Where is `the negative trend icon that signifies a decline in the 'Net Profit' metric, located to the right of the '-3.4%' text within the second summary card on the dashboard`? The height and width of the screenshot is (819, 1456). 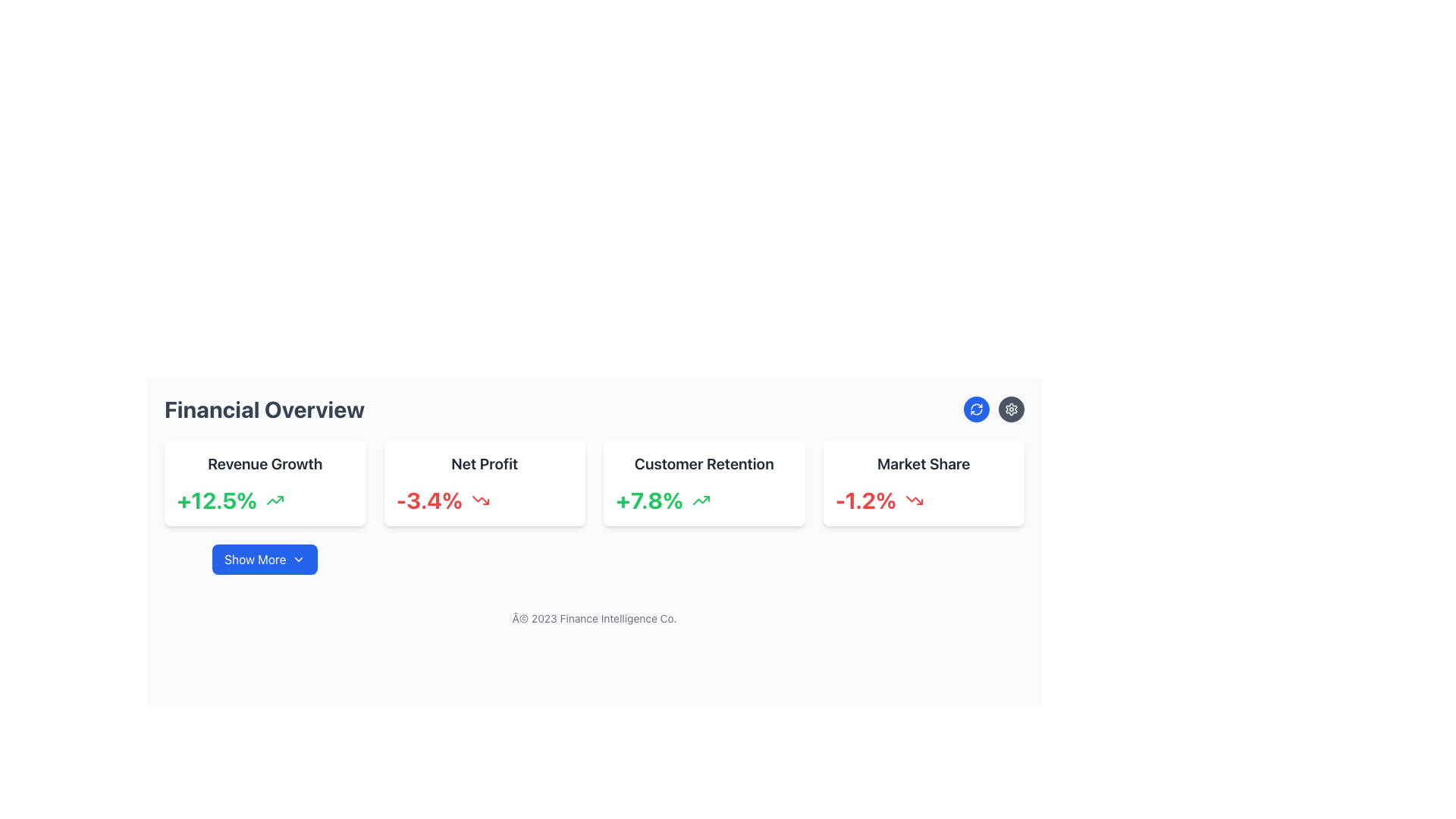
the negative trend icon that signifies a decline in the 'Net Profit' metric, located to the right of the '-3.4%' text within the second summary card on the dashboard is located at coordinates (479, 500).